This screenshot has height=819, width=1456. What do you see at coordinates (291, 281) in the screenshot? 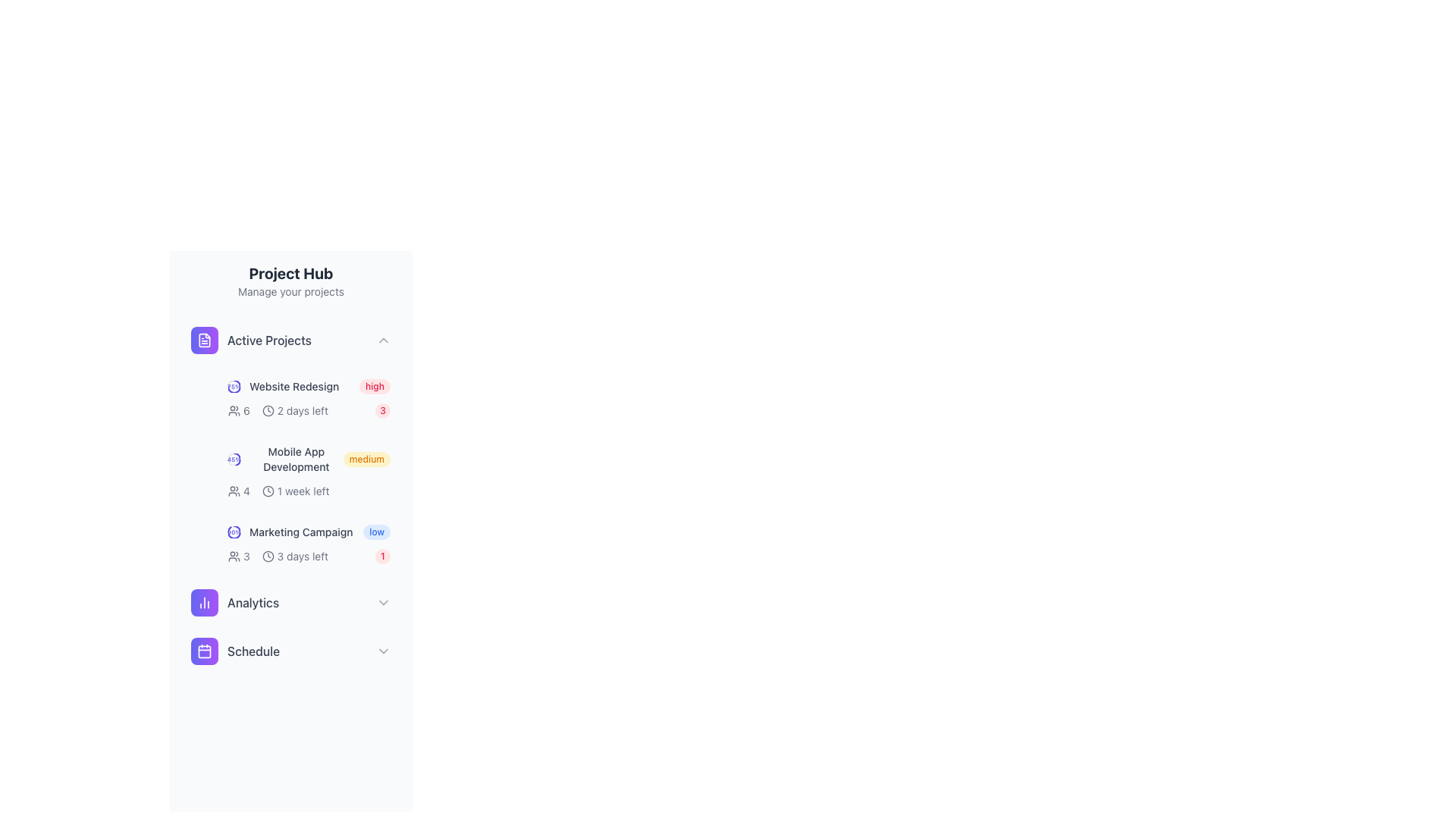
I see `text label that provides a title and brief description for the project management section, located above the 'Active Projects' list` at bounding box center [291, 281].